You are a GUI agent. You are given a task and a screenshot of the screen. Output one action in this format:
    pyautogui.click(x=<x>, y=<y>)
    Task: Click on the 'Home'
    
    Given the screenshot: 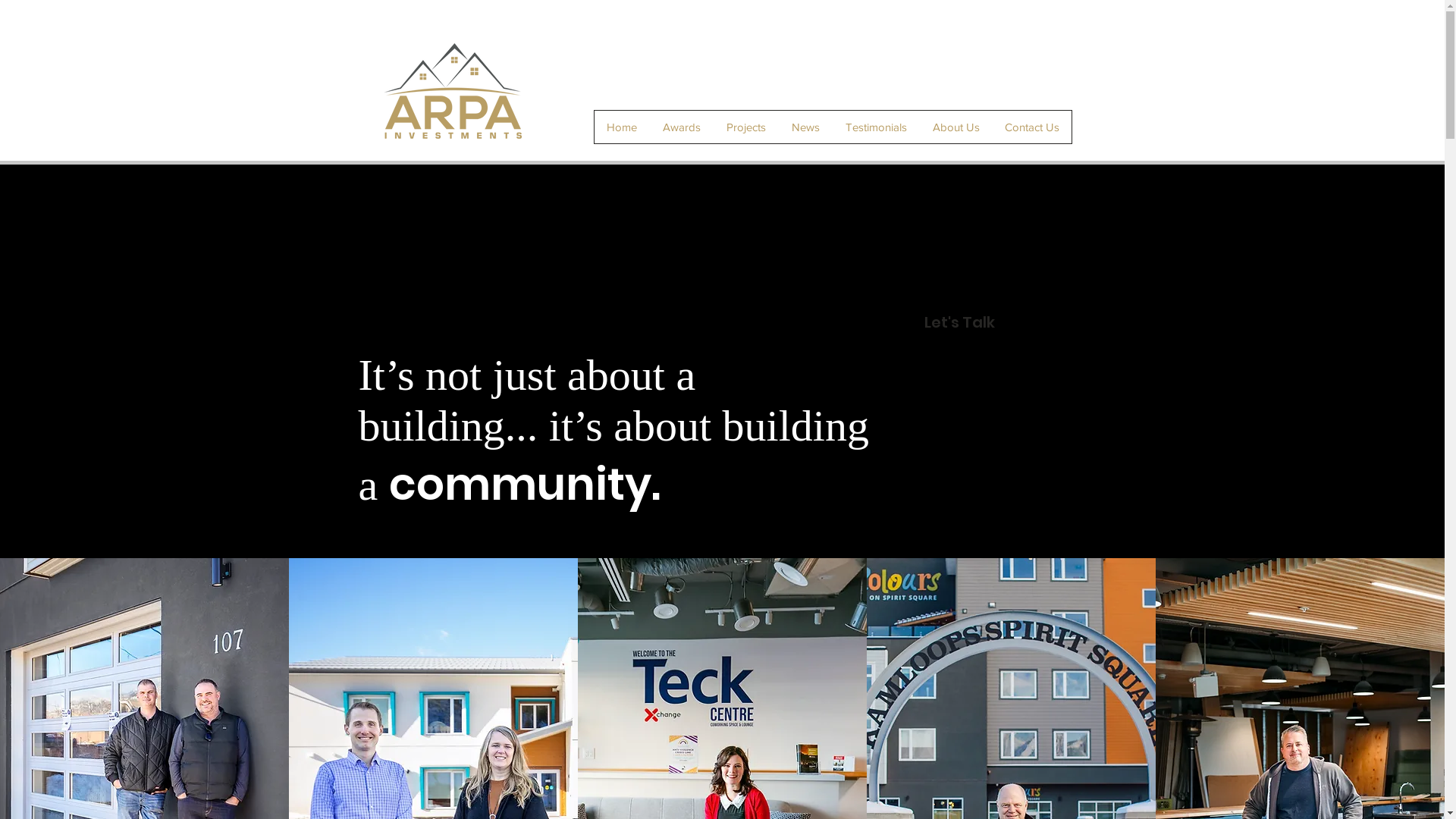 What is the action you would take?
    pyautogui.click(x=622, y=126)
    